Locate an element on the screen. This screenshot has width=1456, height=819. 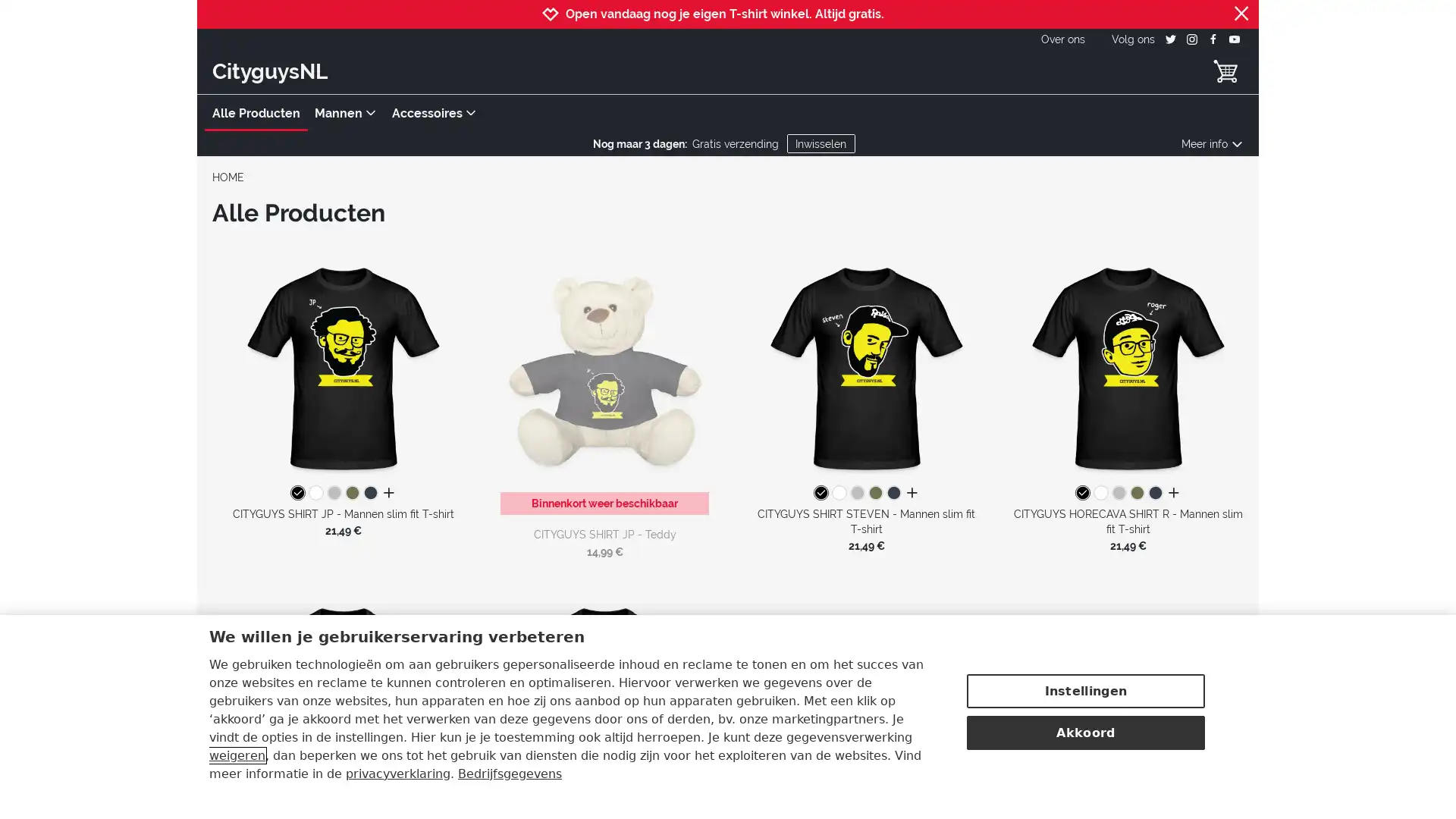
Akkoord is located at coordinates (1084, 730).